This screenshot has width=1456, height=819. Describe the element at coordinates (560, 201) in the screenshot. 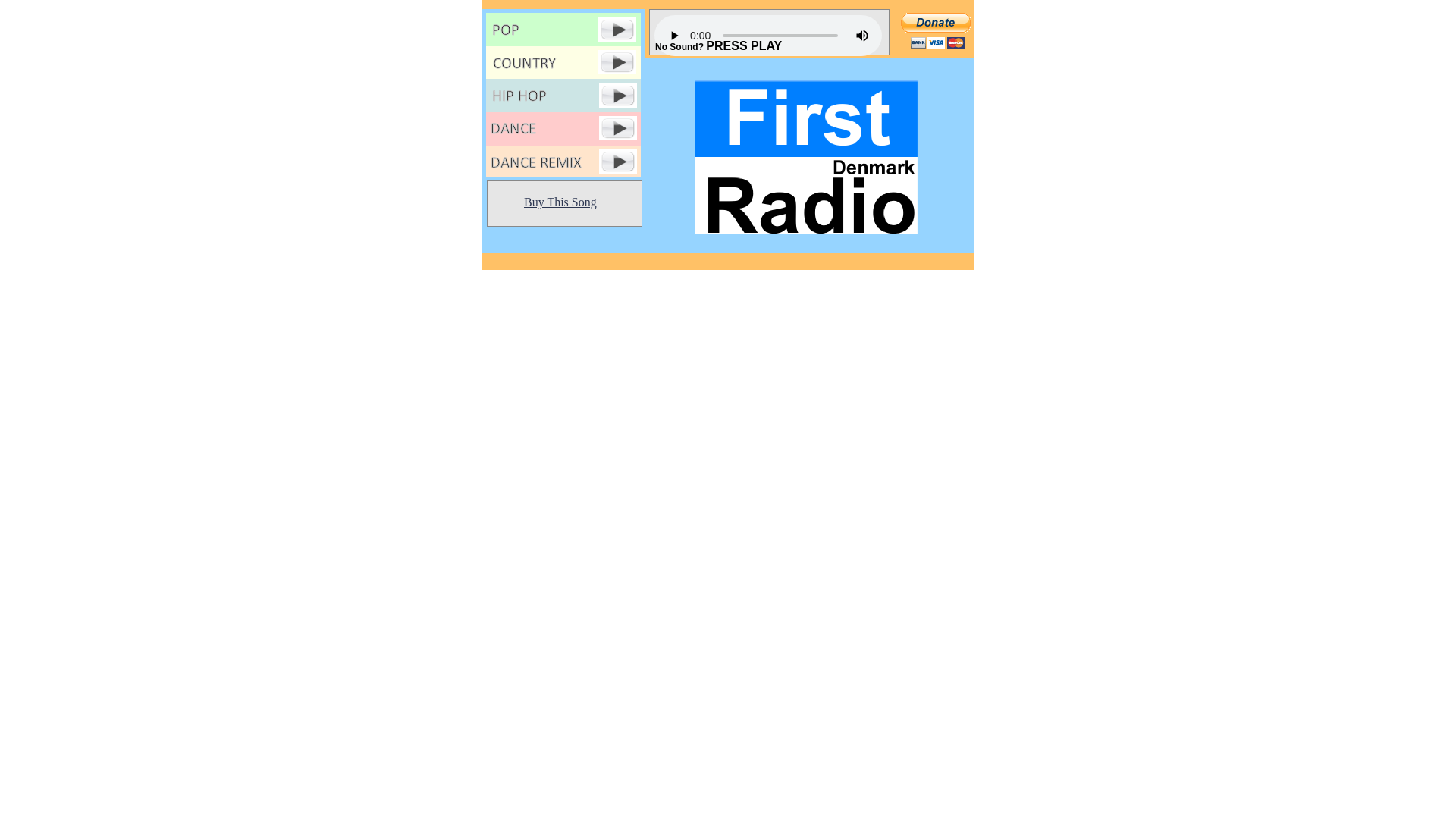

I see `'Buy This Song'` at that location.